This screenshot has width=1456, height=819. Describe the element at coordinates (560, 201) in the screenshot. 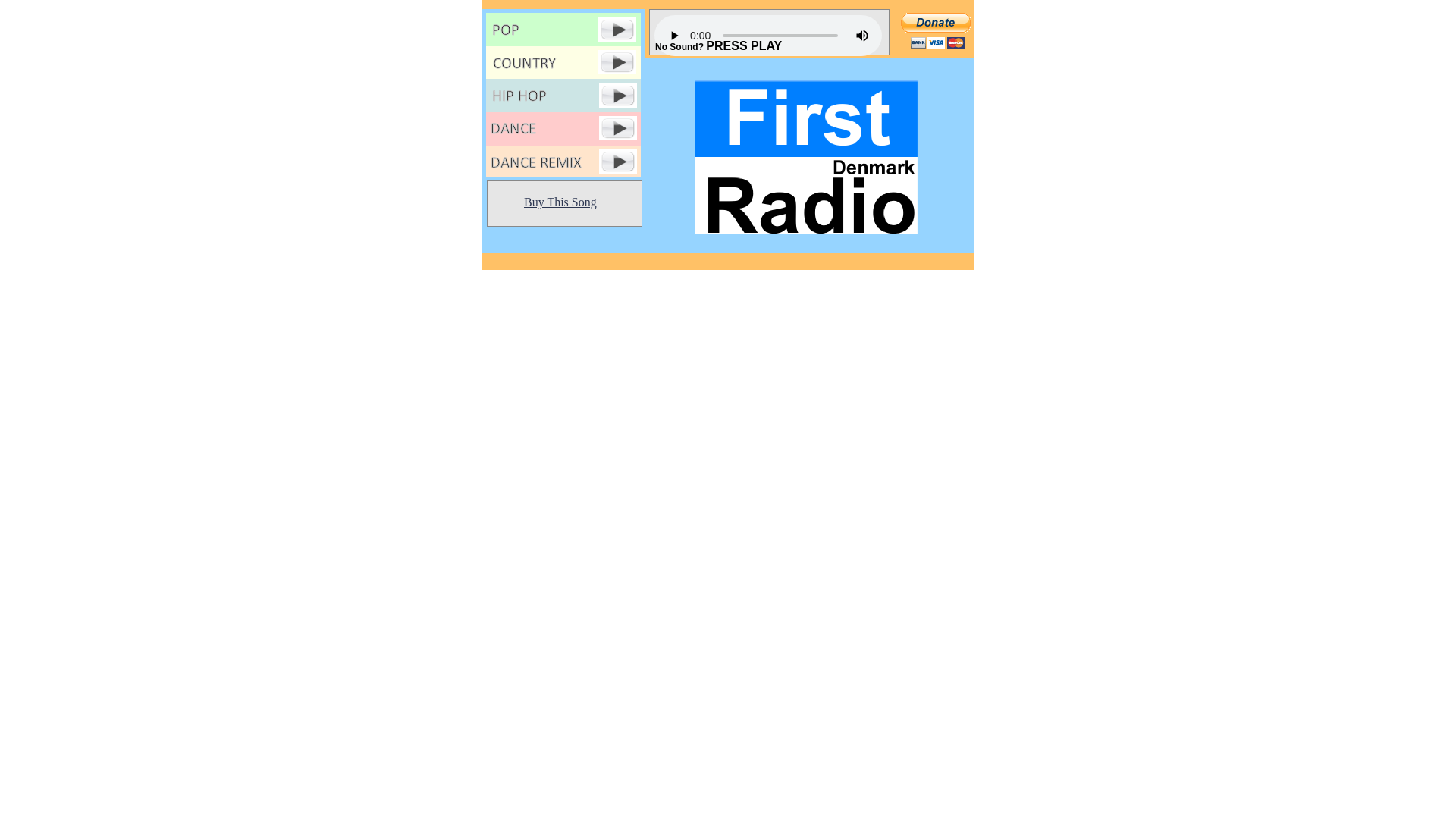

I see `'Buy This Song'` at that location.